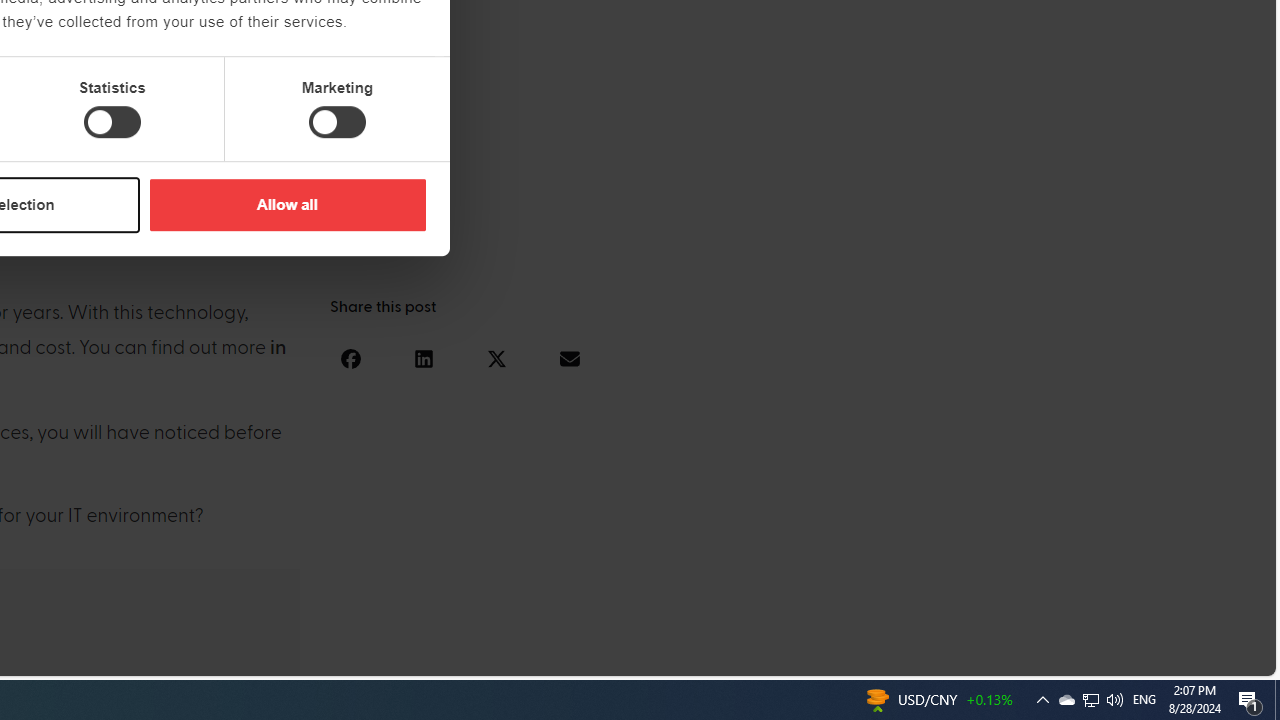  Describe the element at coordinates (286, 204) in the screenshot. I see `'Allow all'` at that location.